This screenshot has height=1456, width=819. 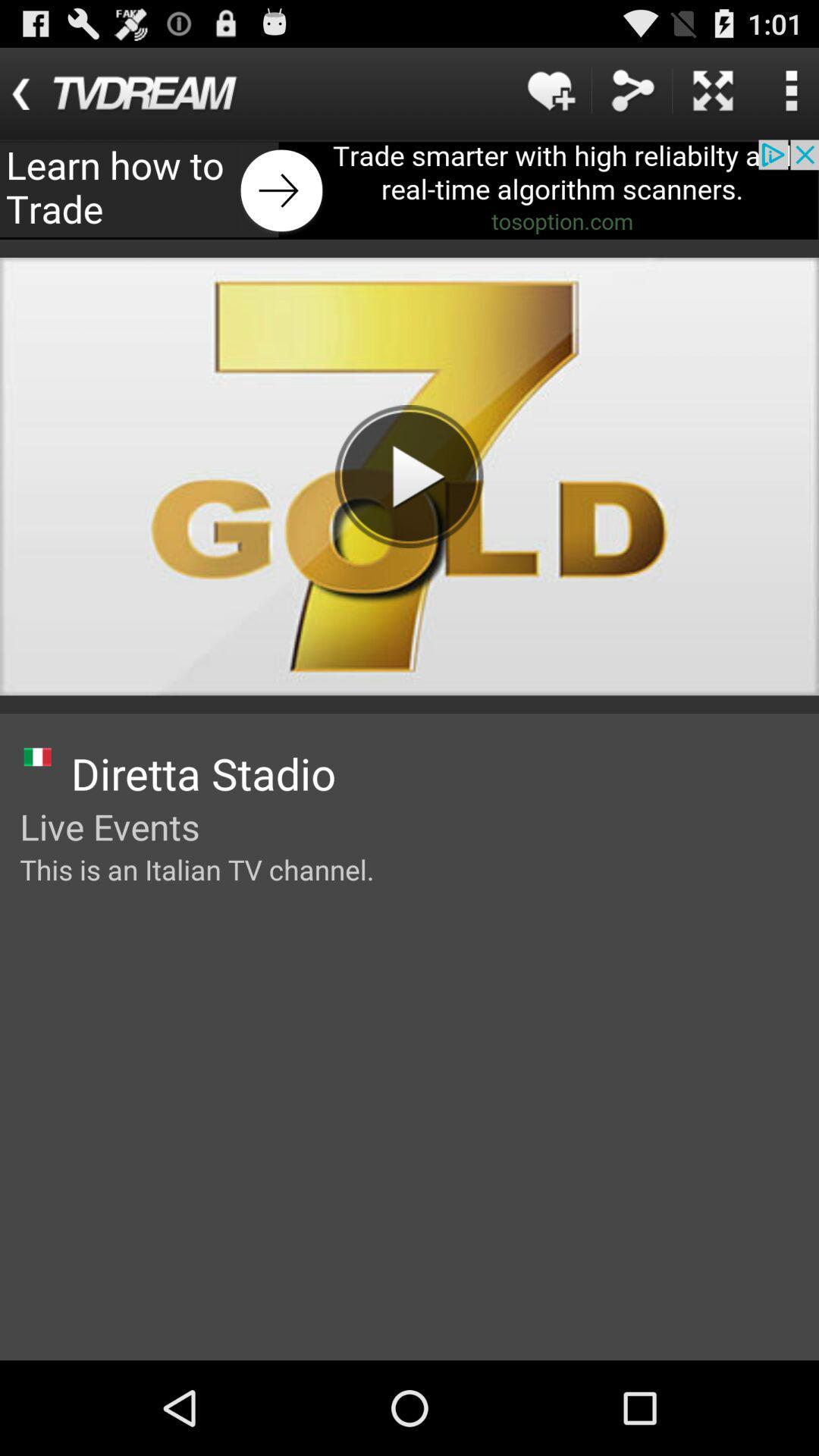 I want to click on the text which is at the top left corner of the page, so click(x=140, y=93).